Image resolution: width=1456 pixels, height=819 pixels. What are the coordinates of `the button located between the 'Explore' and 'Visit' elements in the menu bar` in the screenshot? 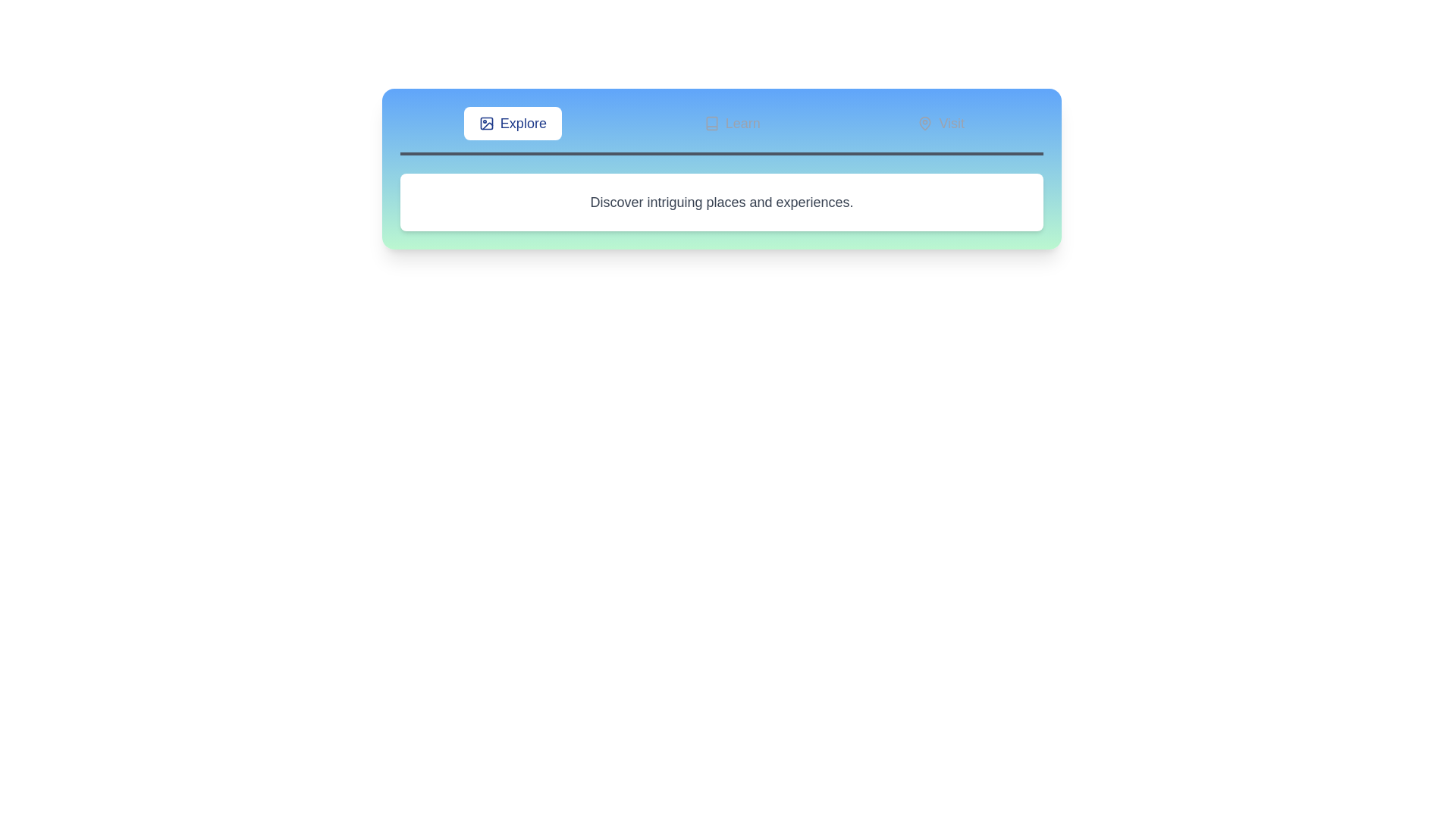 It's located at (732, 122).